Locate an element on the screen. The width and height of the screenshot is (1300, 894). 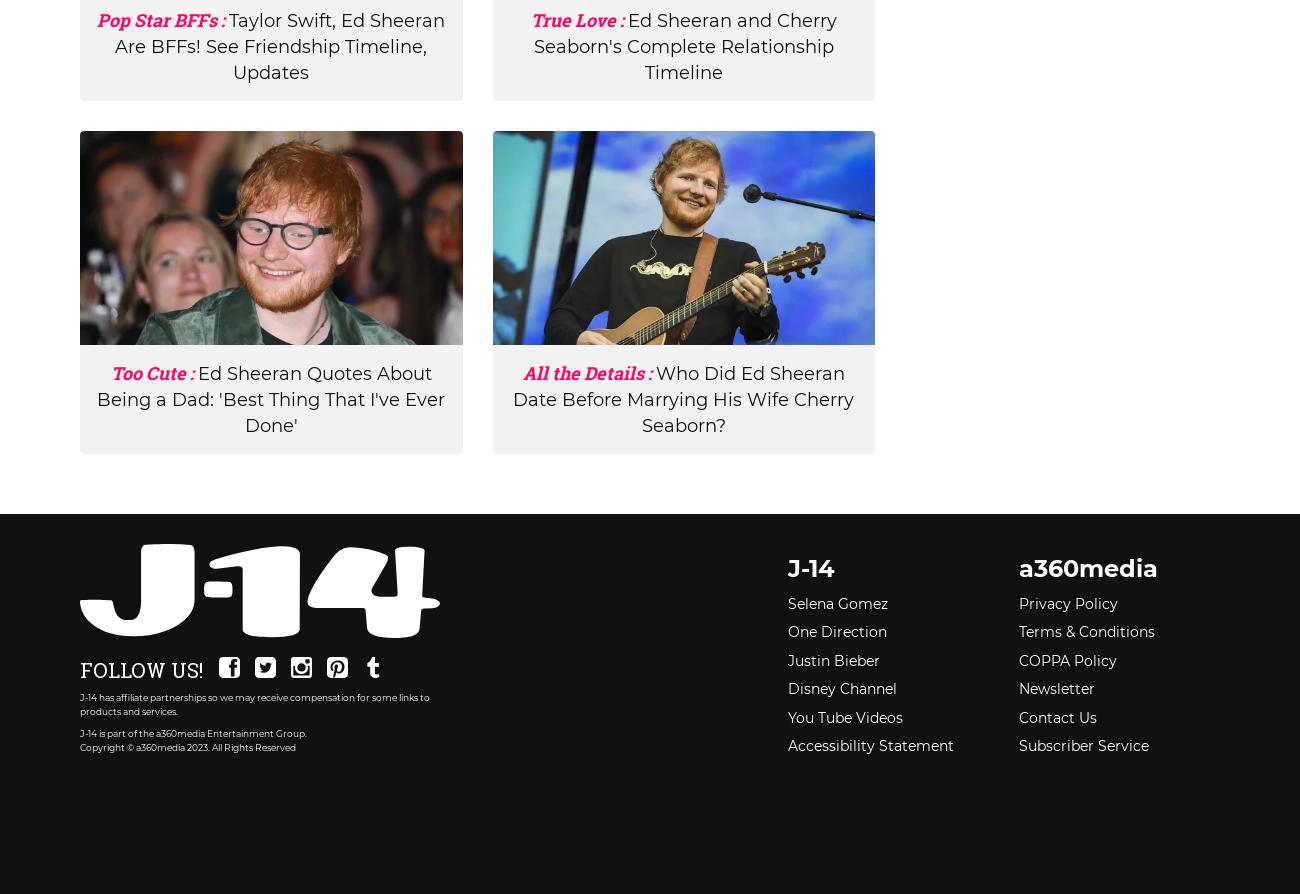
'Justin Bieber' is located at coordinates (833, 660).